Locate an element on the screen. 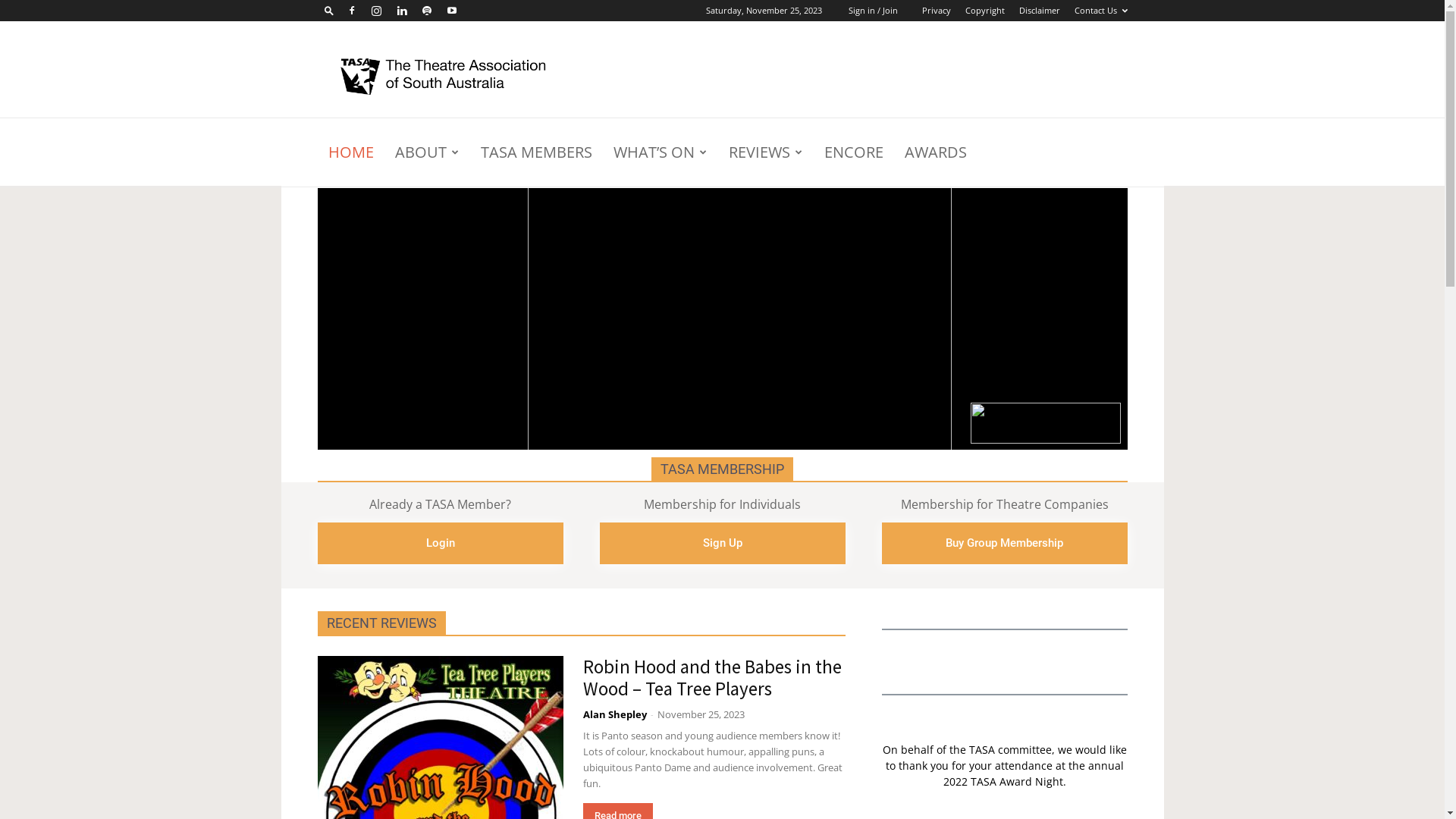 This screenshot has width=1456, height=819. 'Instagram' is located at coordinates (377, 11).